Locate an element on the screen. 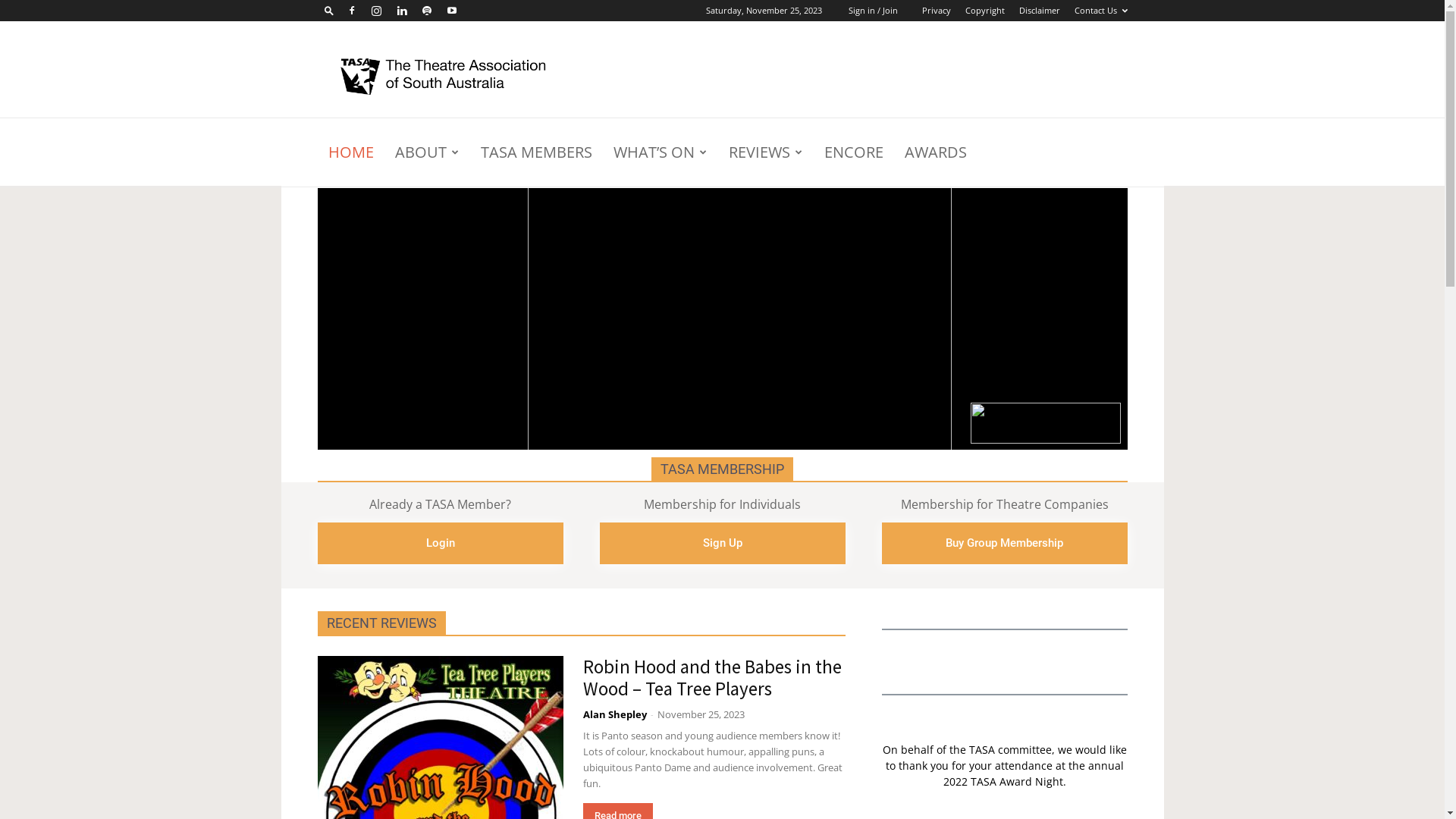 This screenshot has width=1456, height=819. 'Instagram' is located at coordinates (377, 11).